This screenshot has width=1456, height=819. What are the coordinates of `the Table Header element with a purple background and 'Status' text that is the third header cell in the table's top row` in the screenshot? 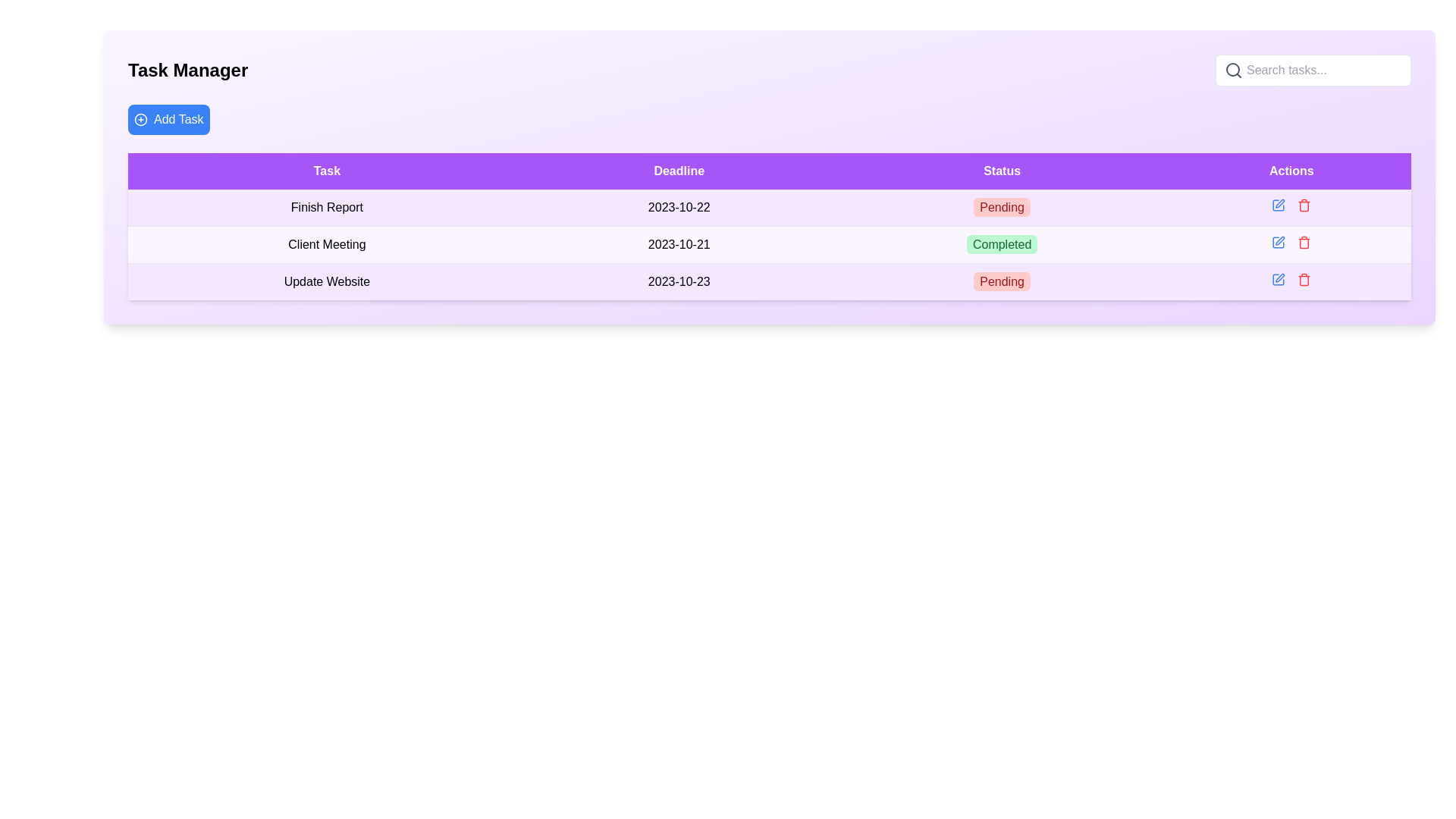 It's located at (1002, 171).